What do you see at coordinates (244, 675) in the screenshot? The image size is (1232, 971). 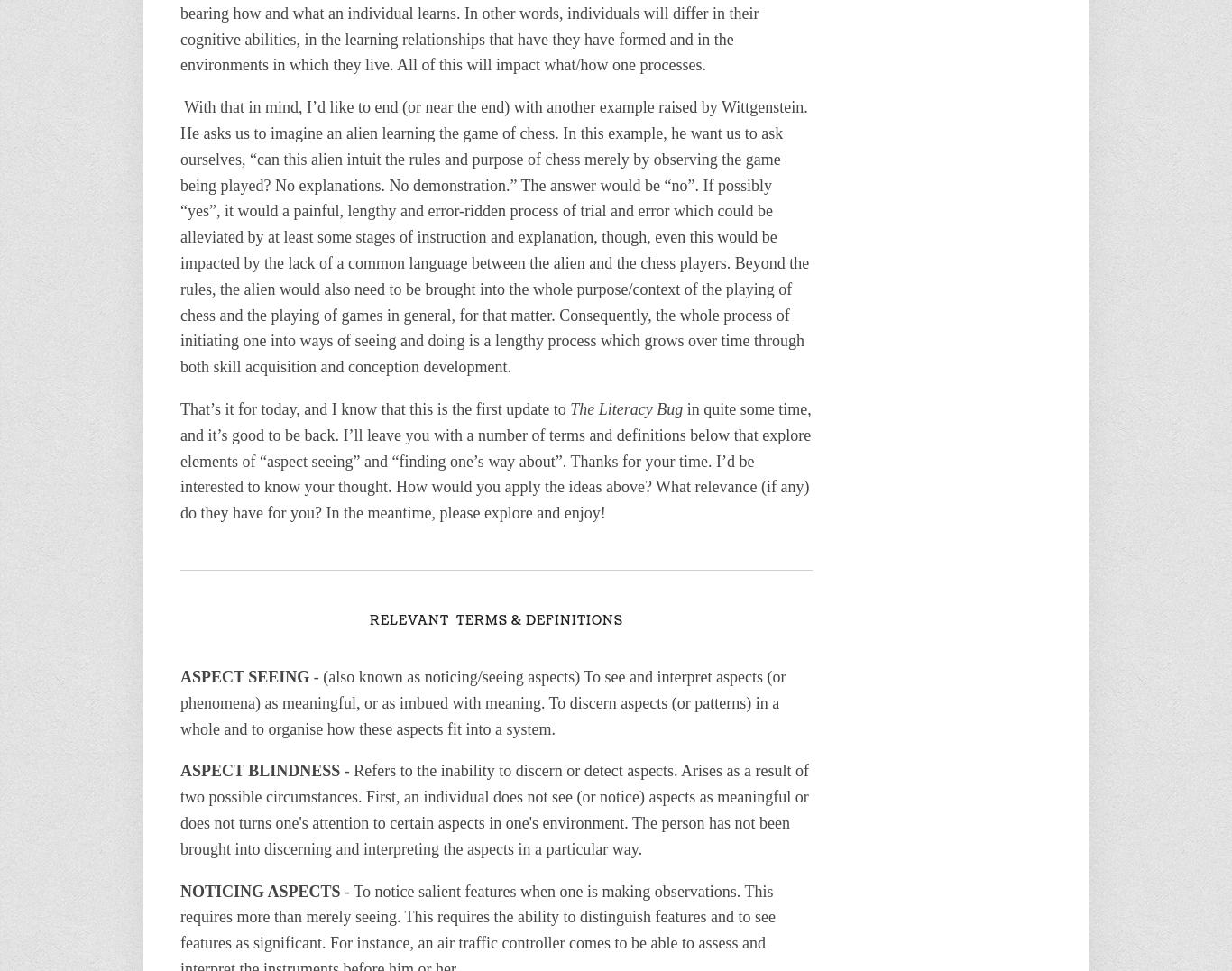 I see `'ASPECT SEEING'` at bounding box center [244, 675].